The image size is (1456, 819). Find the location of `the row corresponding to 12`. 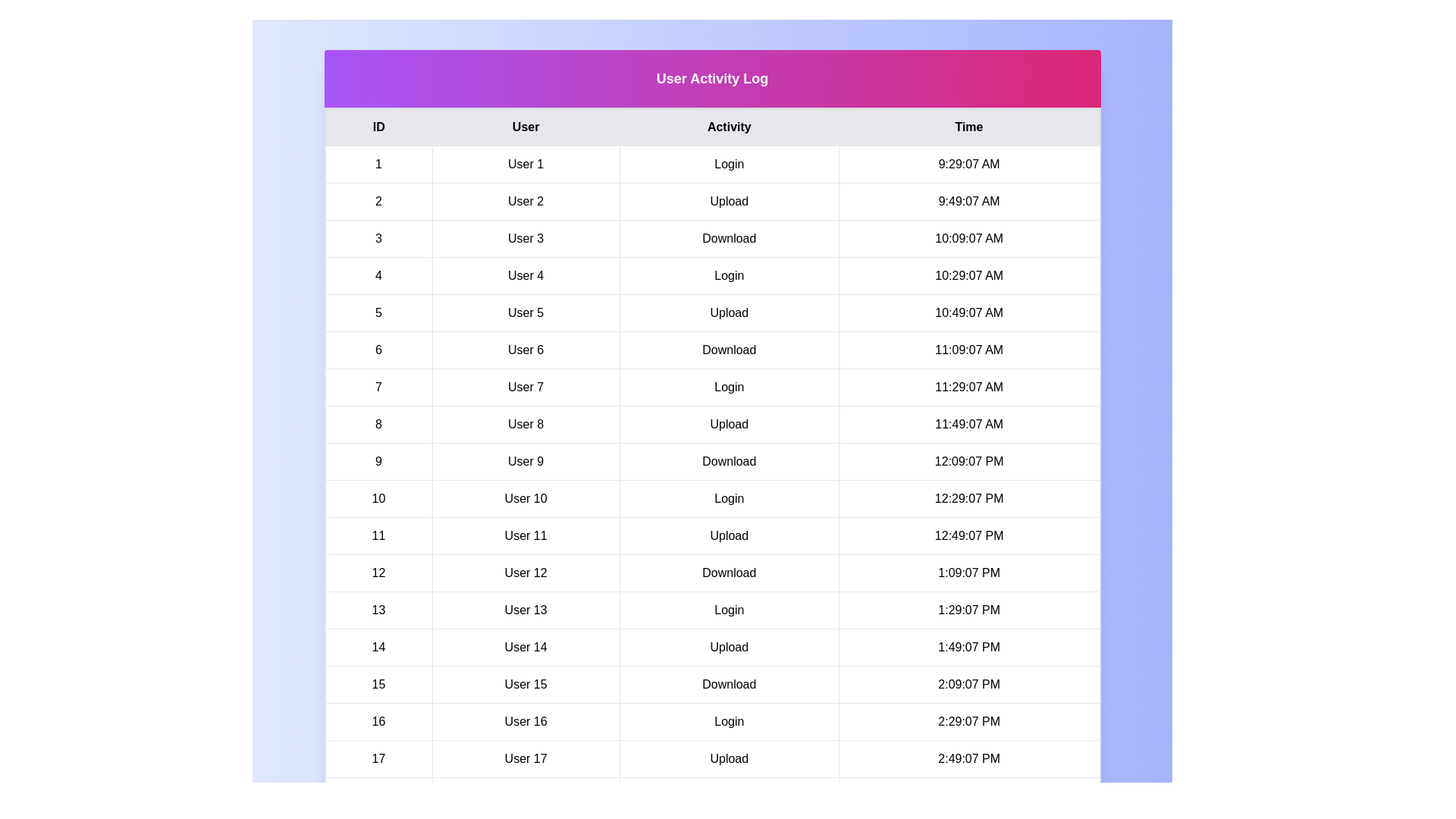

the row corresponding to 12 is located at coordinates (711, 573).